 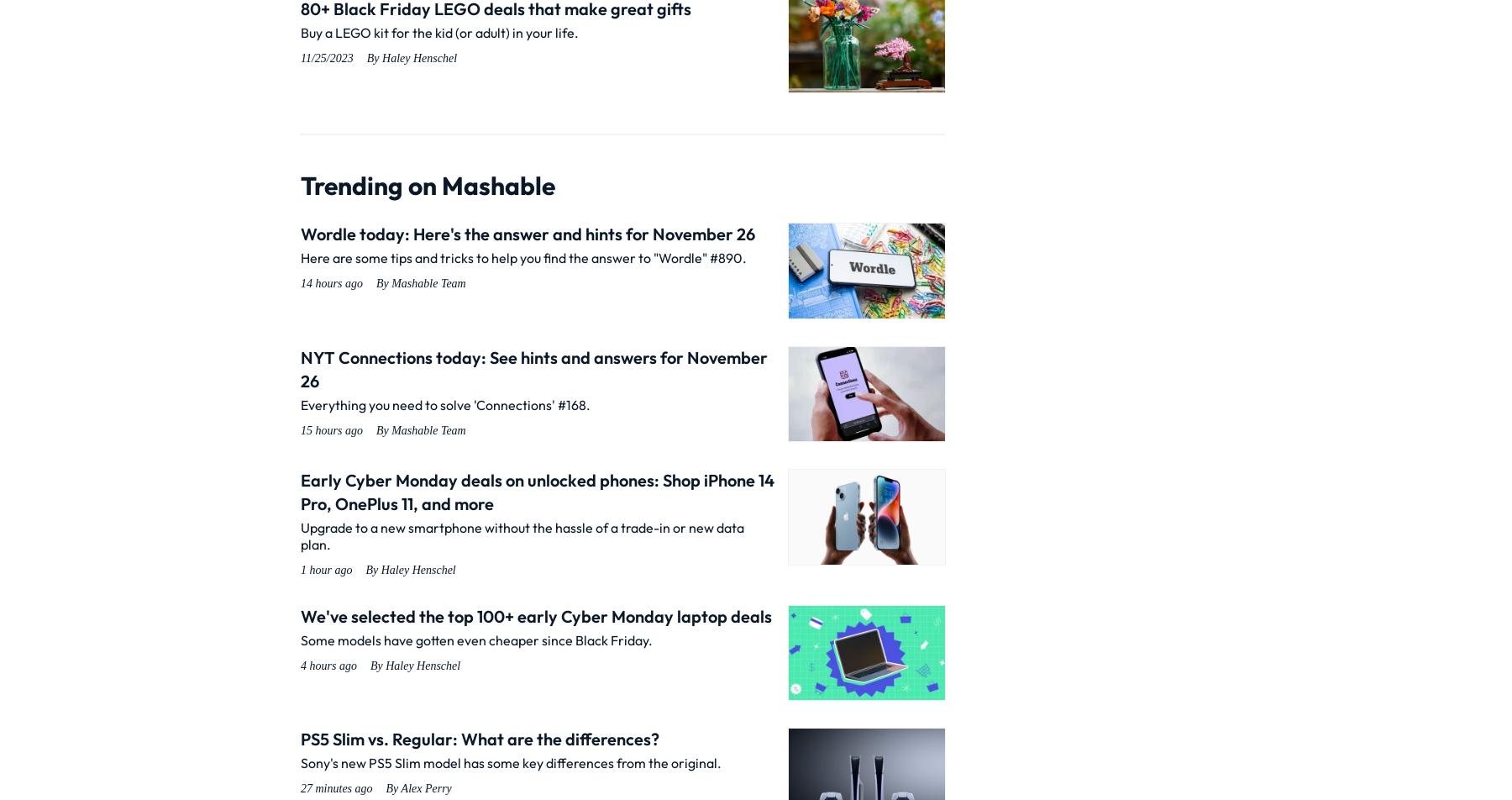 I want to click on '15 hours ago', so click(x=331, y=429).